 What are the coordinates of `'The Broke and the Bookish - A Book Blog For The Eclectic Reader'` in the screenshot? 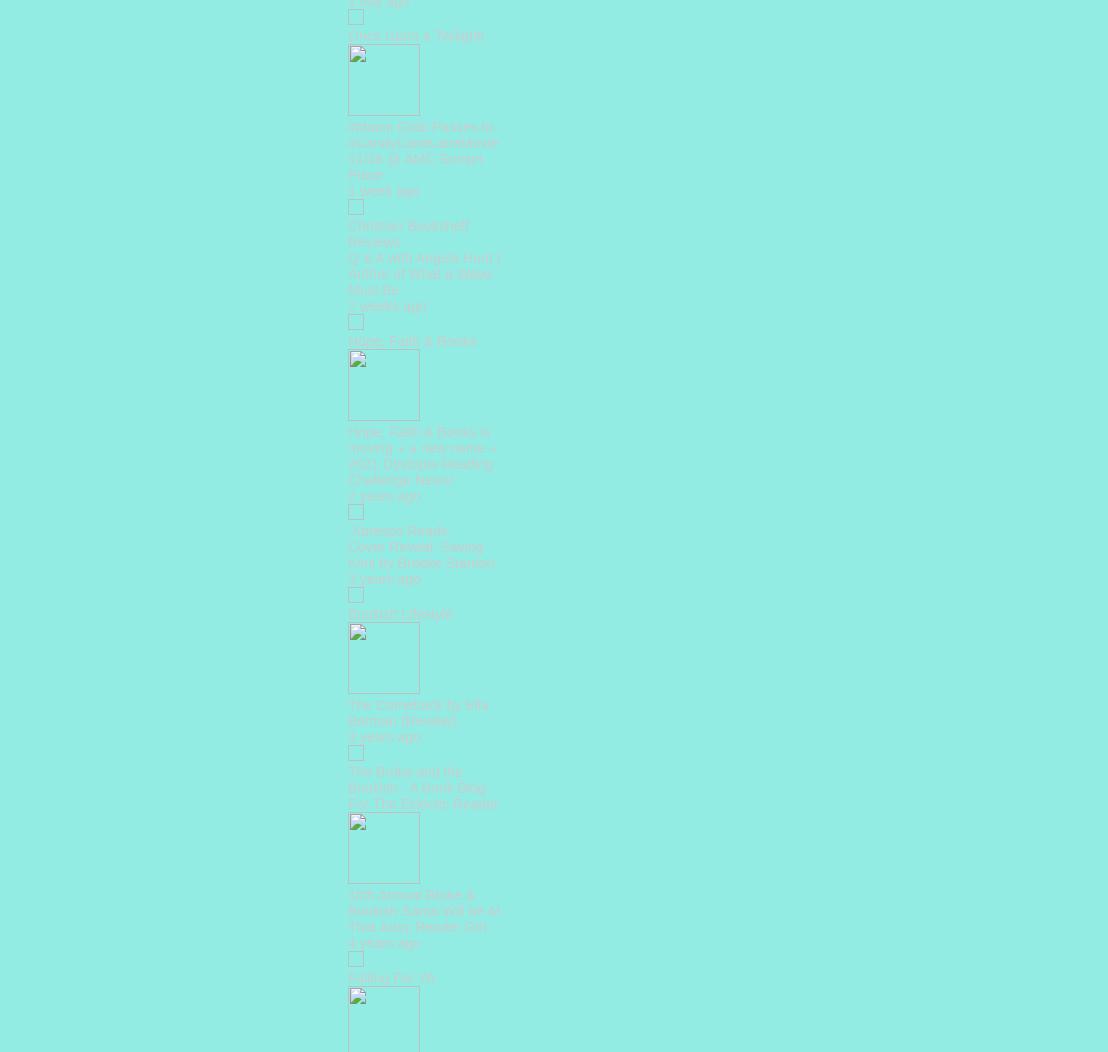 It's located at (422, 786).